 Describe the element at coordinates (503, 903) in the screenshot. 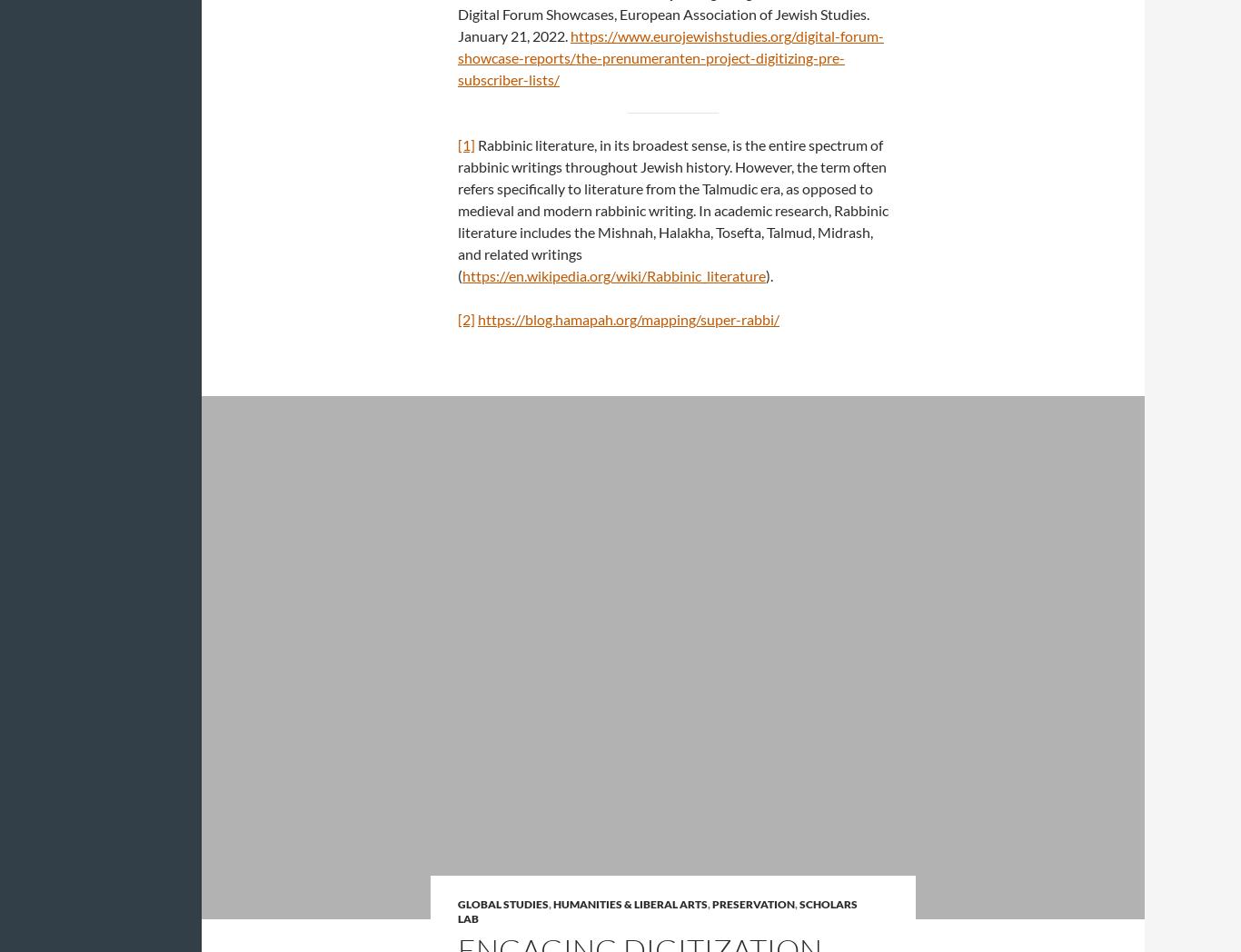

I see `'Global Studies'` at that location.